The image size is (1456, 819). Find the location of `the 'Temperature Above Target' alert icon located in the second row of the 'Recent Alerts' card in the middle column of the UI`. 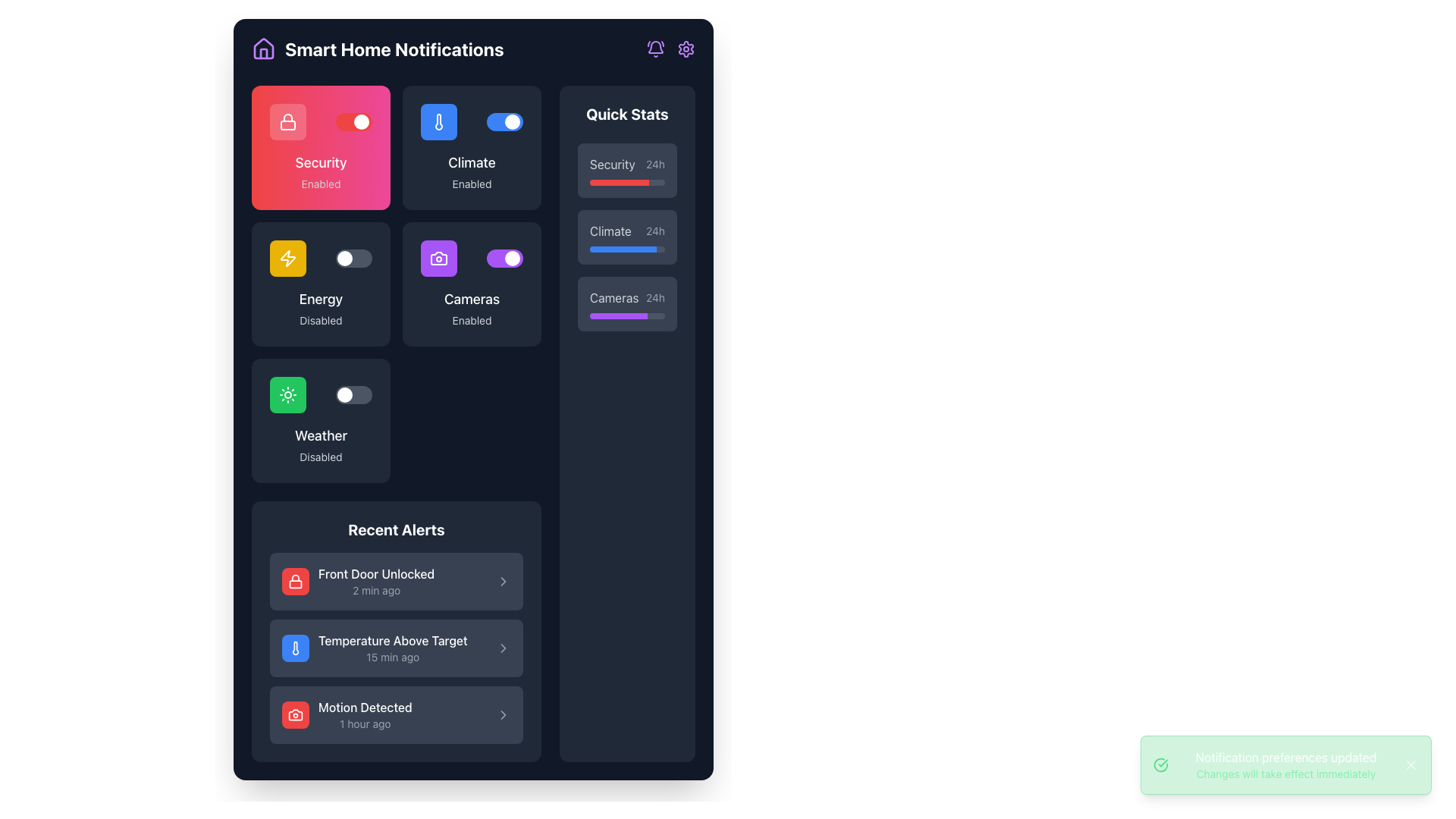

the 'Temperature Above Target' alert icon located in the second row of the 'Recent Alerts' card in the middle column of the UI is located at coordinates (295, 648).